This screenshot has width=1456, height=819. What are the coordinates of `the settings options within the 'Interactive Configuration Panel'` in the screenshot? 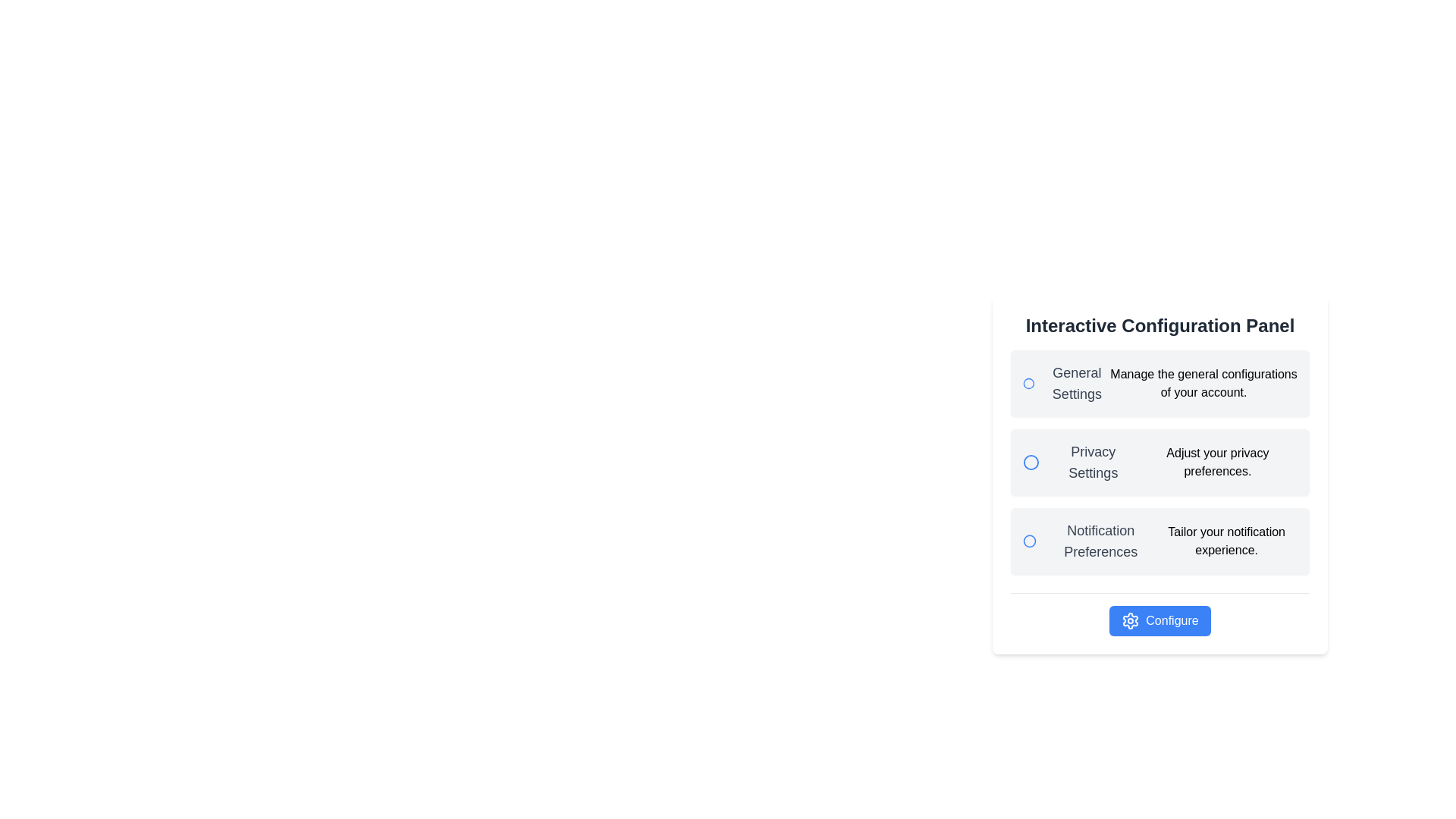 It's located at (1159, 473).